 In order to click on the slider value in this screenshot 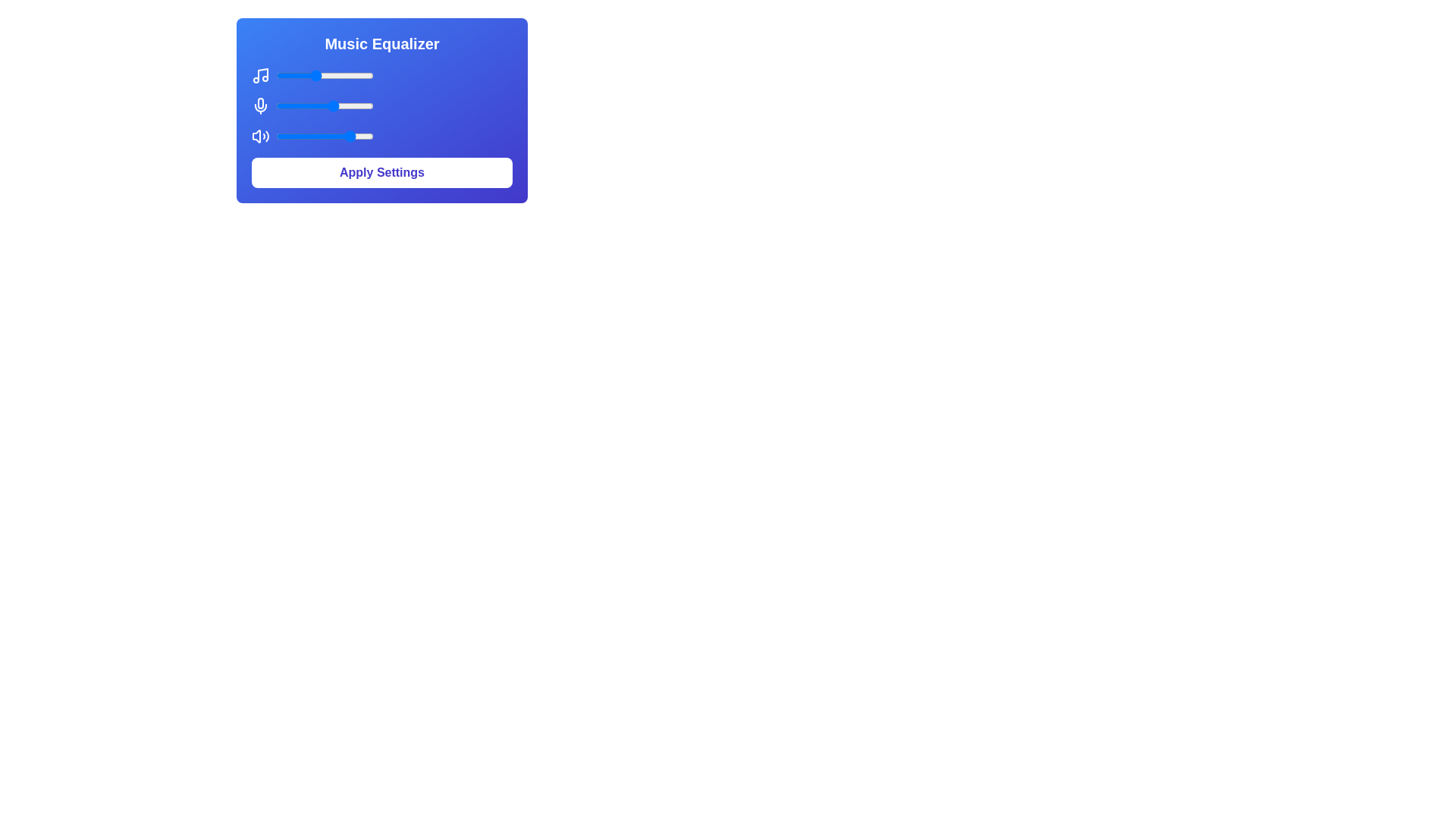, I will do `click(290, 136)`.